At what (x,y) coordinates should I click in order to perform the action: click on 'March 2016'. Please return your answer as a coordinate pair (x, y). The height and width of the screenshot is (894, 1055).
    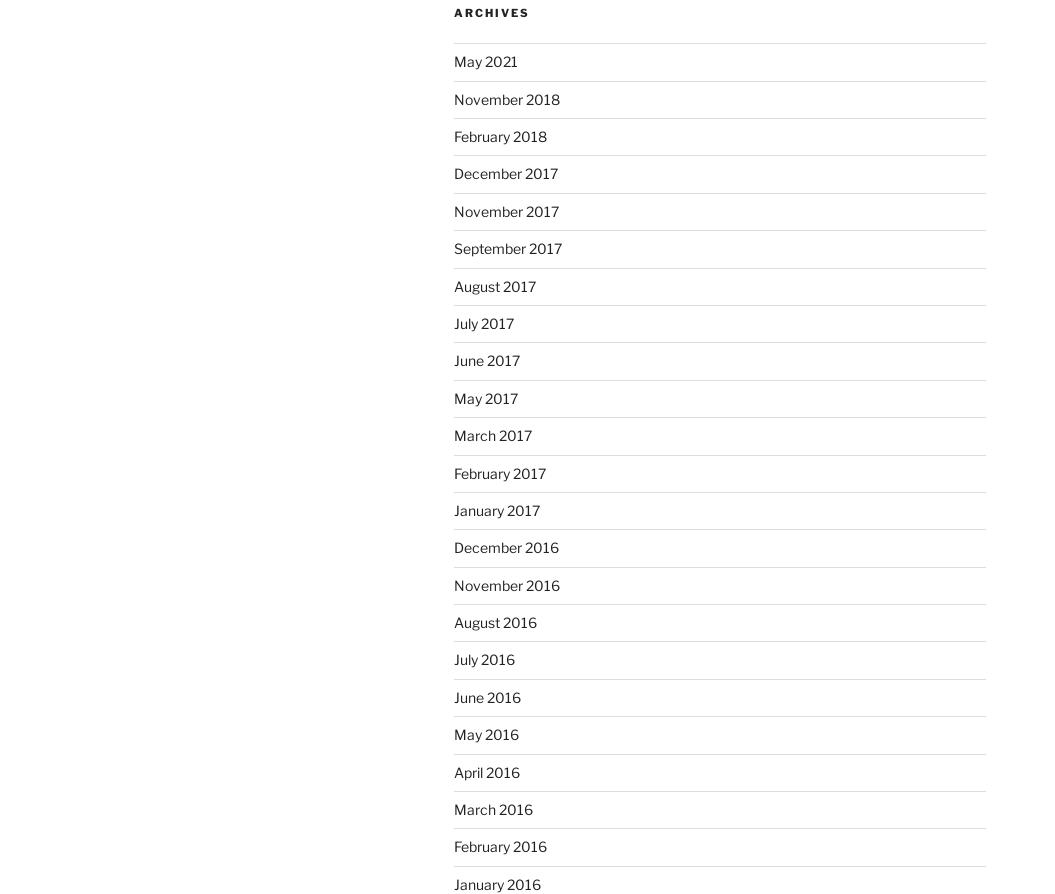
    Looking at the image, I should click on (452, 808).